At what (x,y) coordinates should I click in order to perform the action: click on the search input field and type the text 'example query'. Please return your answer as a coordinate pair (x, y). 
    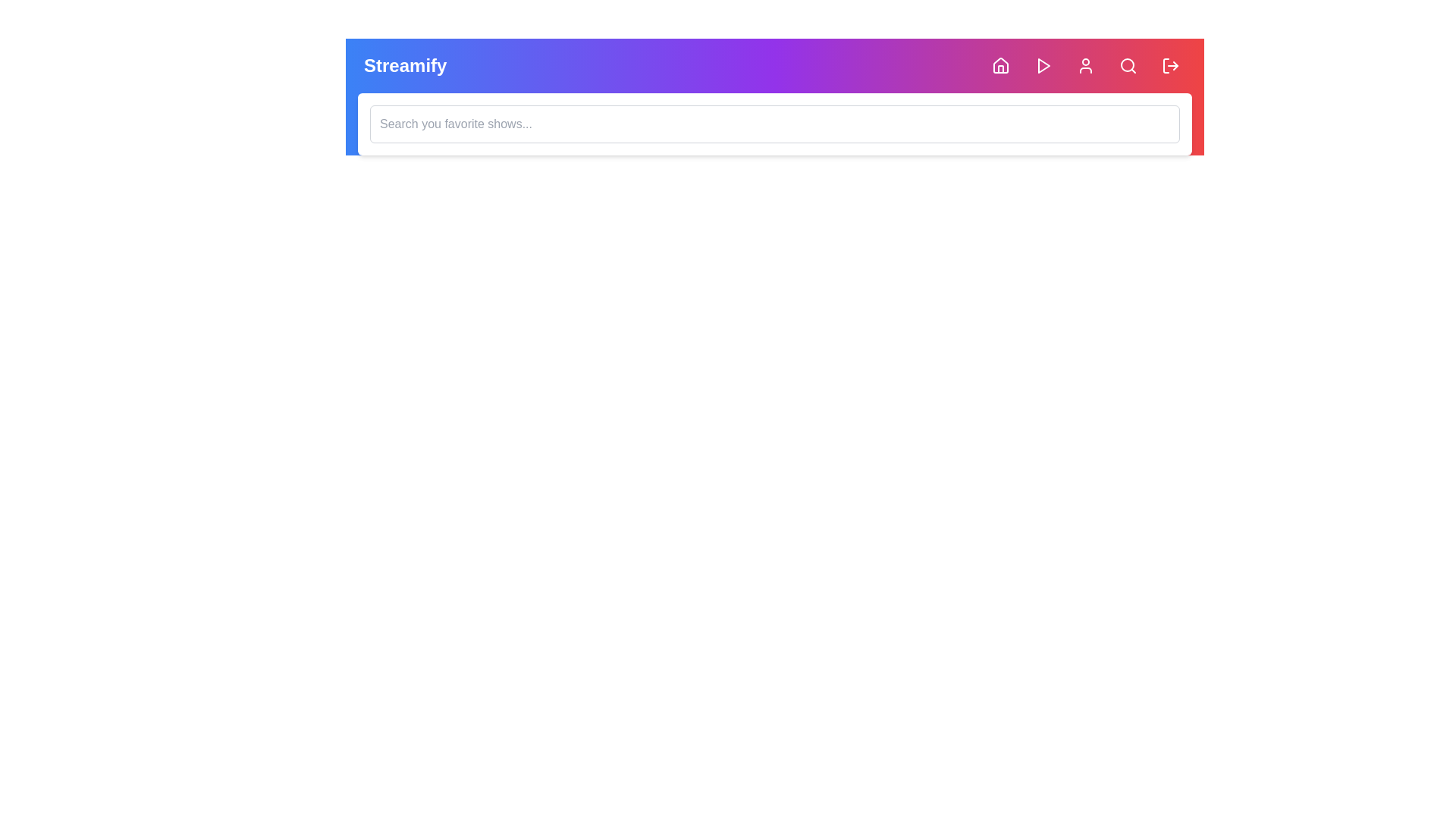
    Looking at the image, I should click on (775, 124).